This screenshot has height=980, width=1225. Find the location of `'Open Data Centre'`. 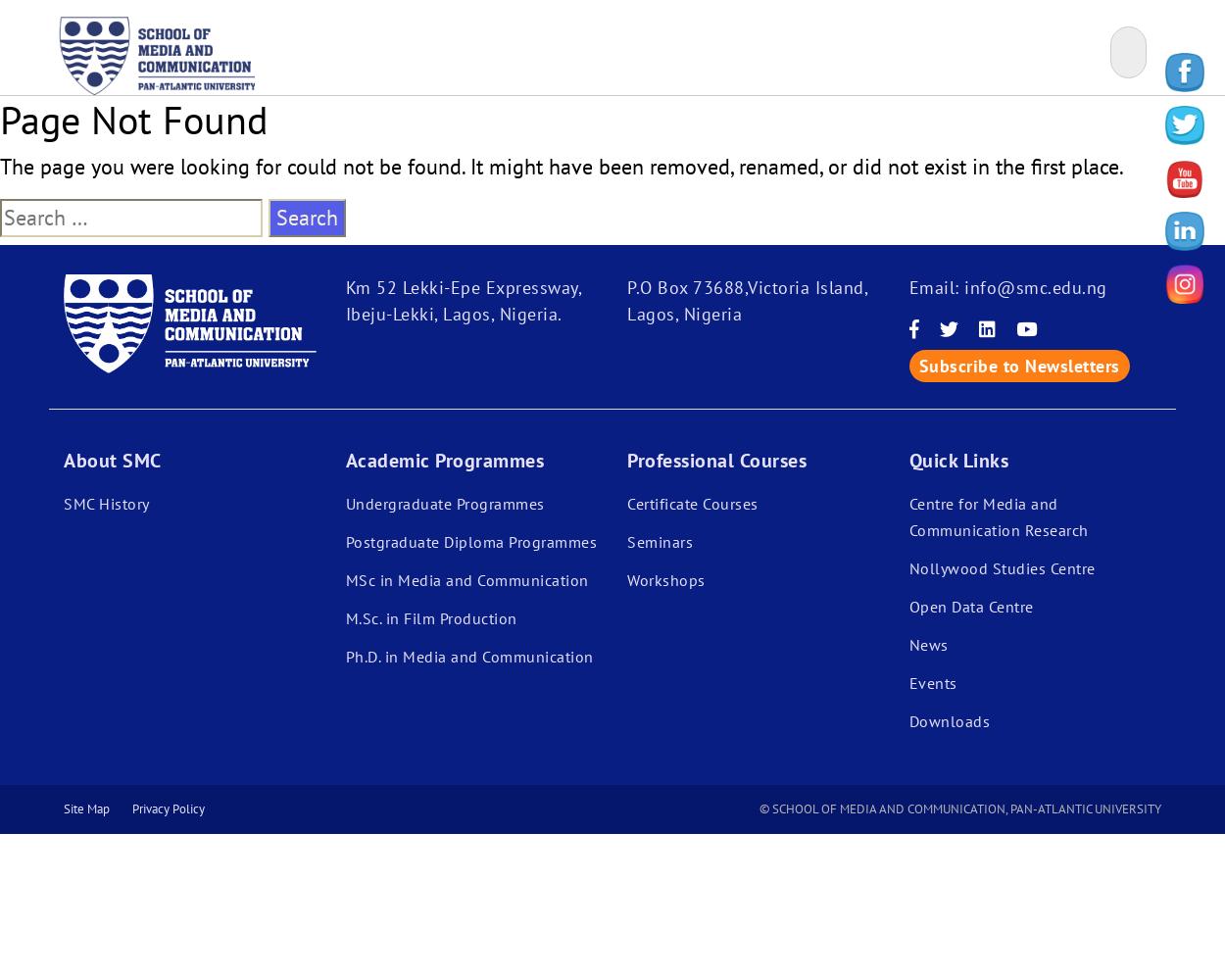

'Open Data Centre' is located at coordinates (908, 606).